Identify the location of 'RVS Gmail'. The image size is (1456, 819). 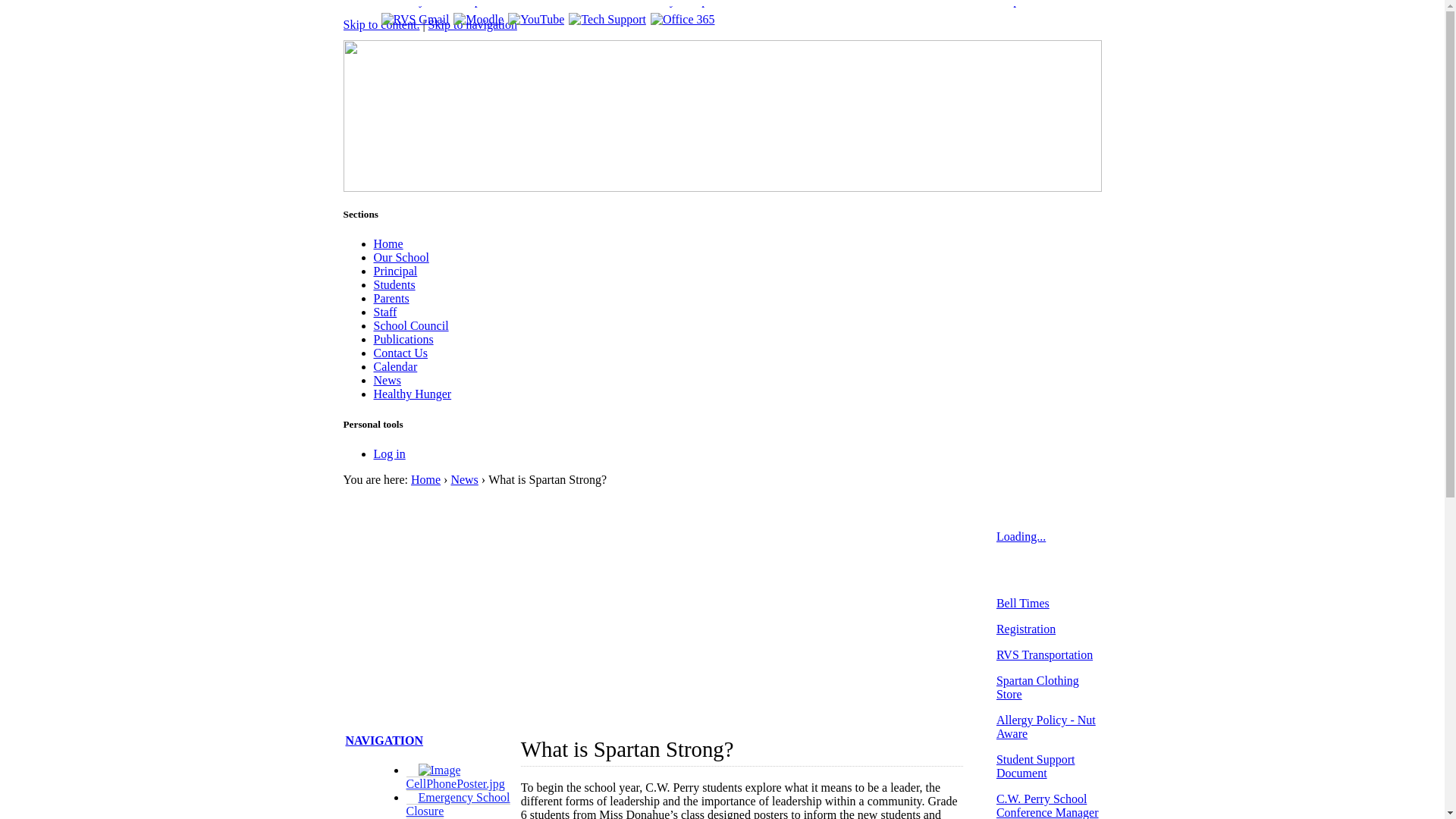
(381, 19).